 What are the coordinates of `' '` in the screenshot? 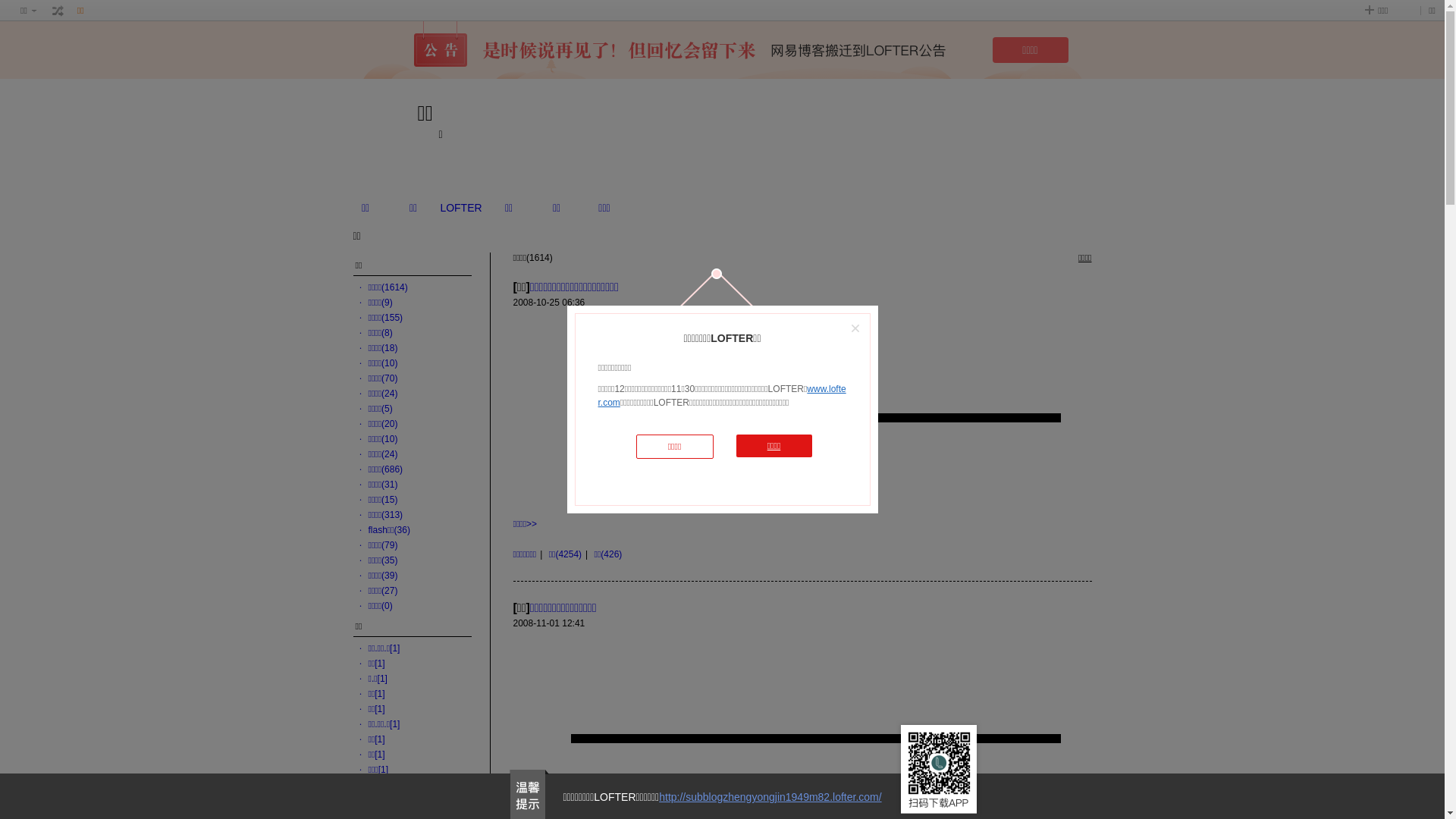 It's located at (45, 11).